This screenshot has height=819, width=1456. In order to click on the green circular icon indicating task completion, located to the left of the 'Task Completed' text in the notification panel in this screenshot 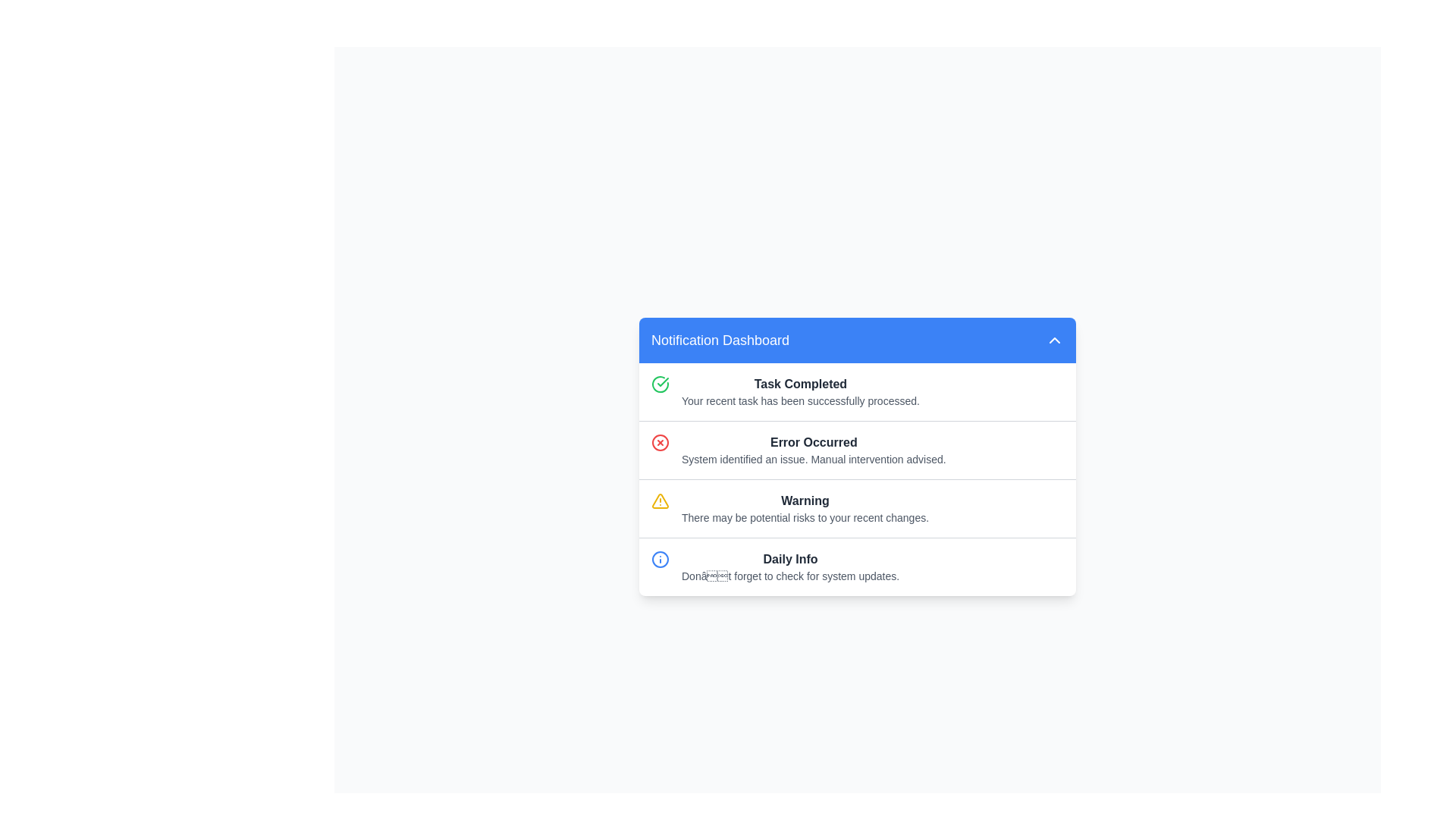, I will do `click(663, 381)`.